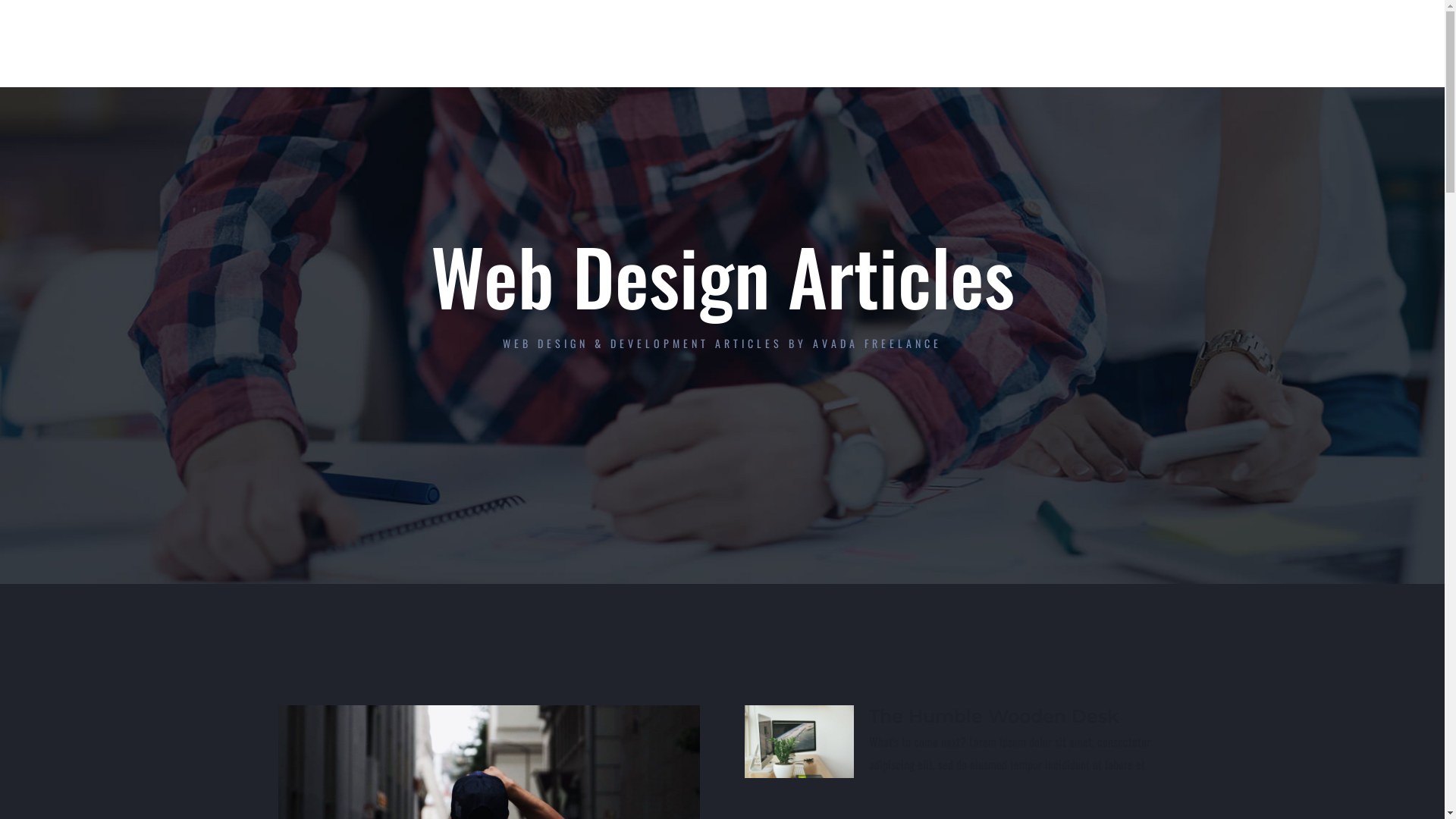 This screenshot has width=1456, height=819. I want to click on 'The Humble Wooden Desk', so click(993, 716).